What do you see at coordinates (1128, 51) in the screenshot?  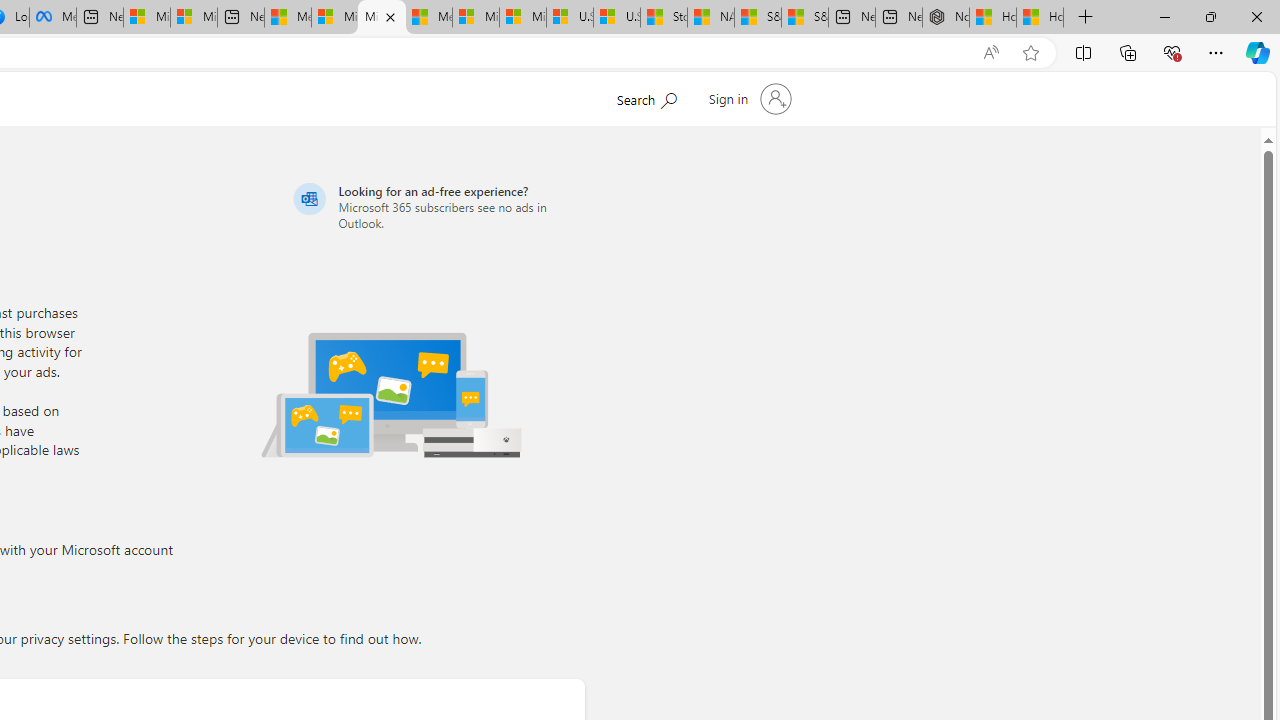 I see `'Collections'` at bounding box center [1128, 51].